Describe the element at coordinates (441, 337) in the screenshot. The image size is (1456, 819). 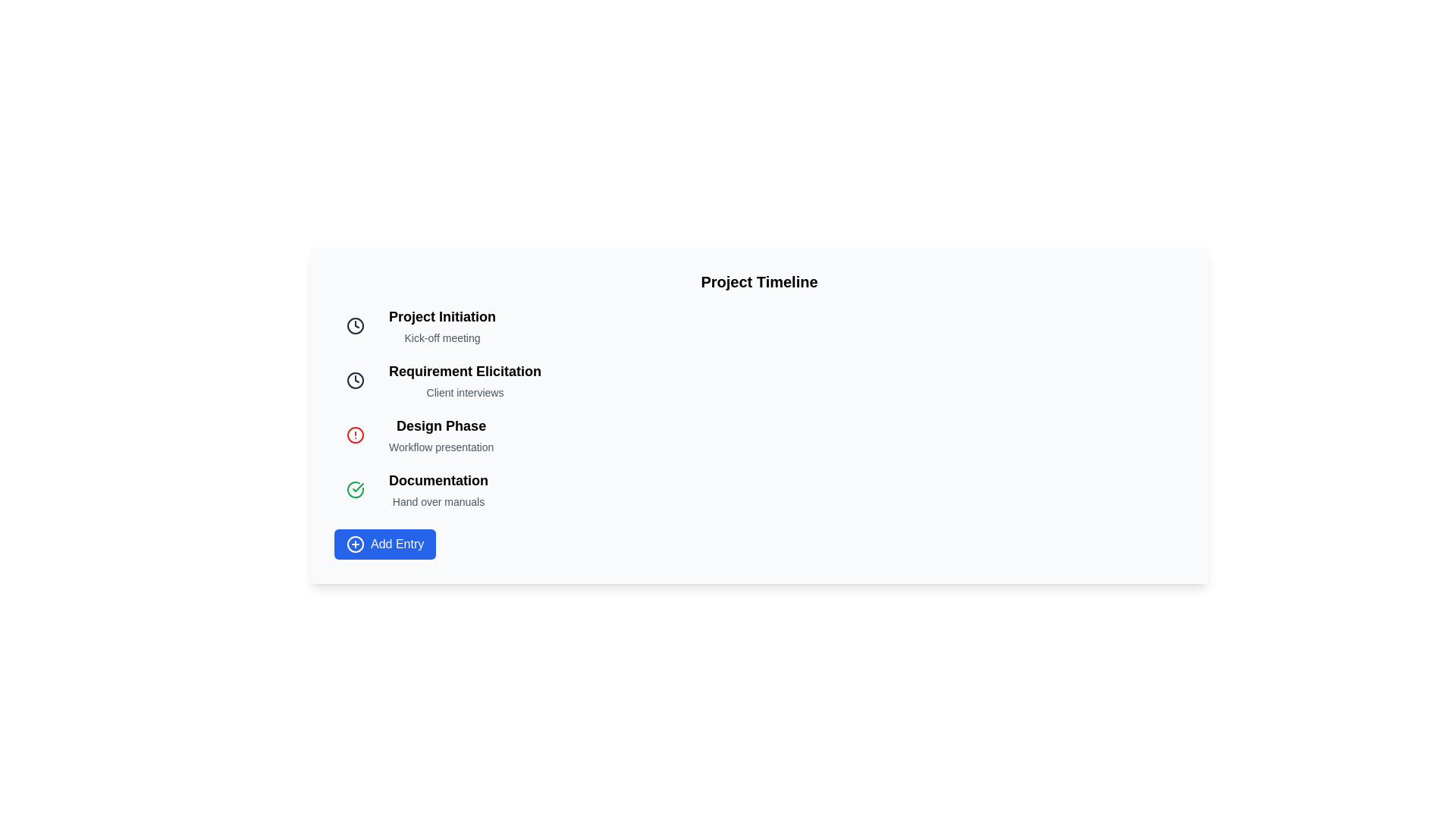
I see `the descriptive subtitle text label located directly below the 'Project Initiation' heading in the vertical timeline of events` at that location.